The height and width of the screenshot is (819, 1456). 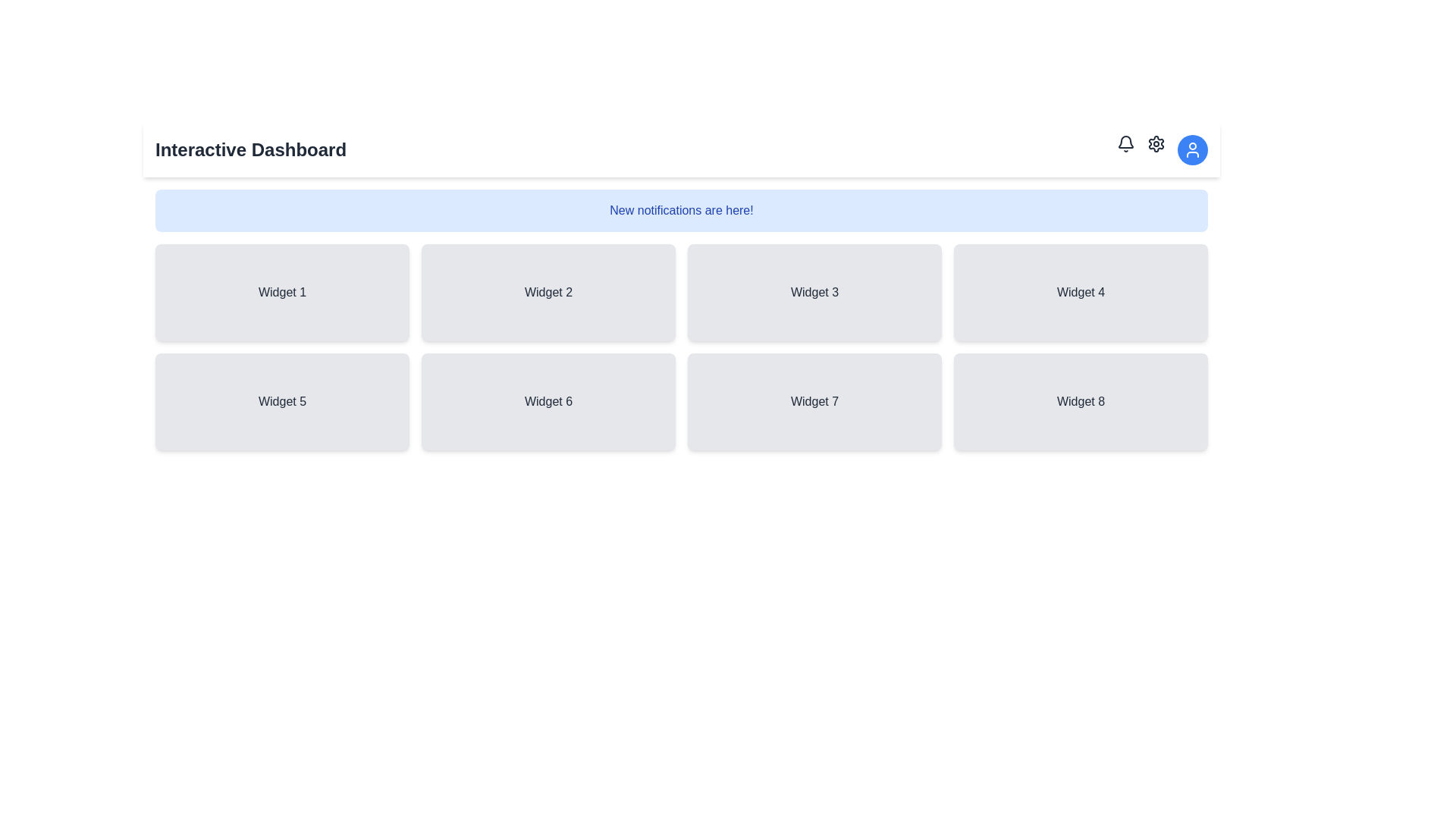 I want to click on the sixth card in the grid layout, so click(x=548, y=400).